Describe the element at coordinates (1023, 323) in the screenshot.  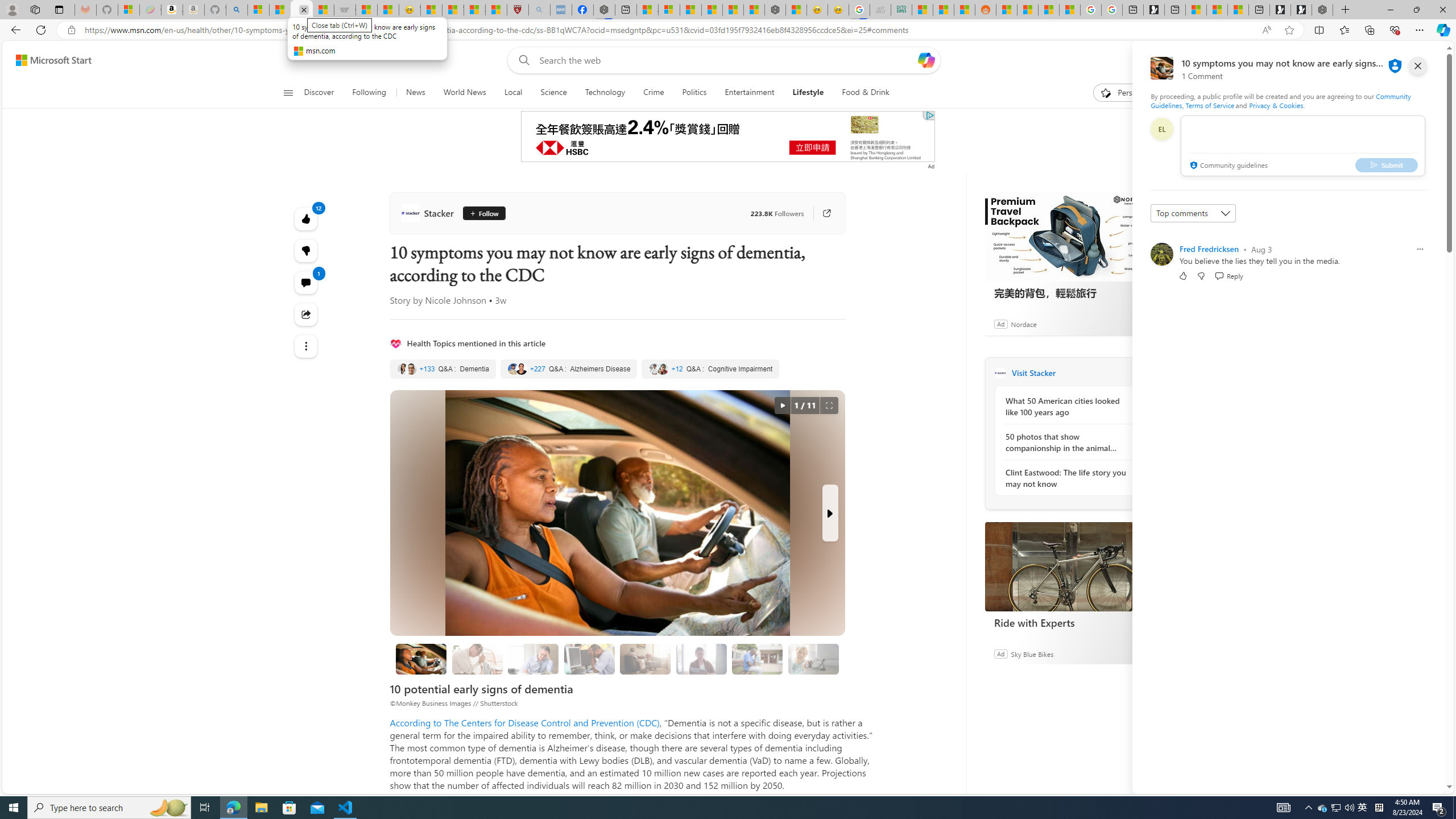
I see `'Nordace'` at that location.